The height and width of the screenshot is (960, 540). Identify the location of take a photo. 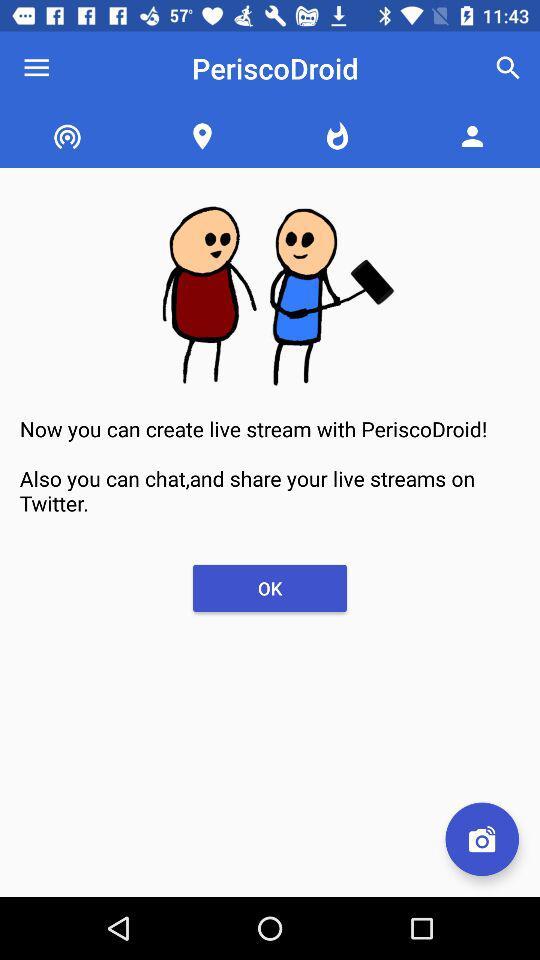
(481, 839).